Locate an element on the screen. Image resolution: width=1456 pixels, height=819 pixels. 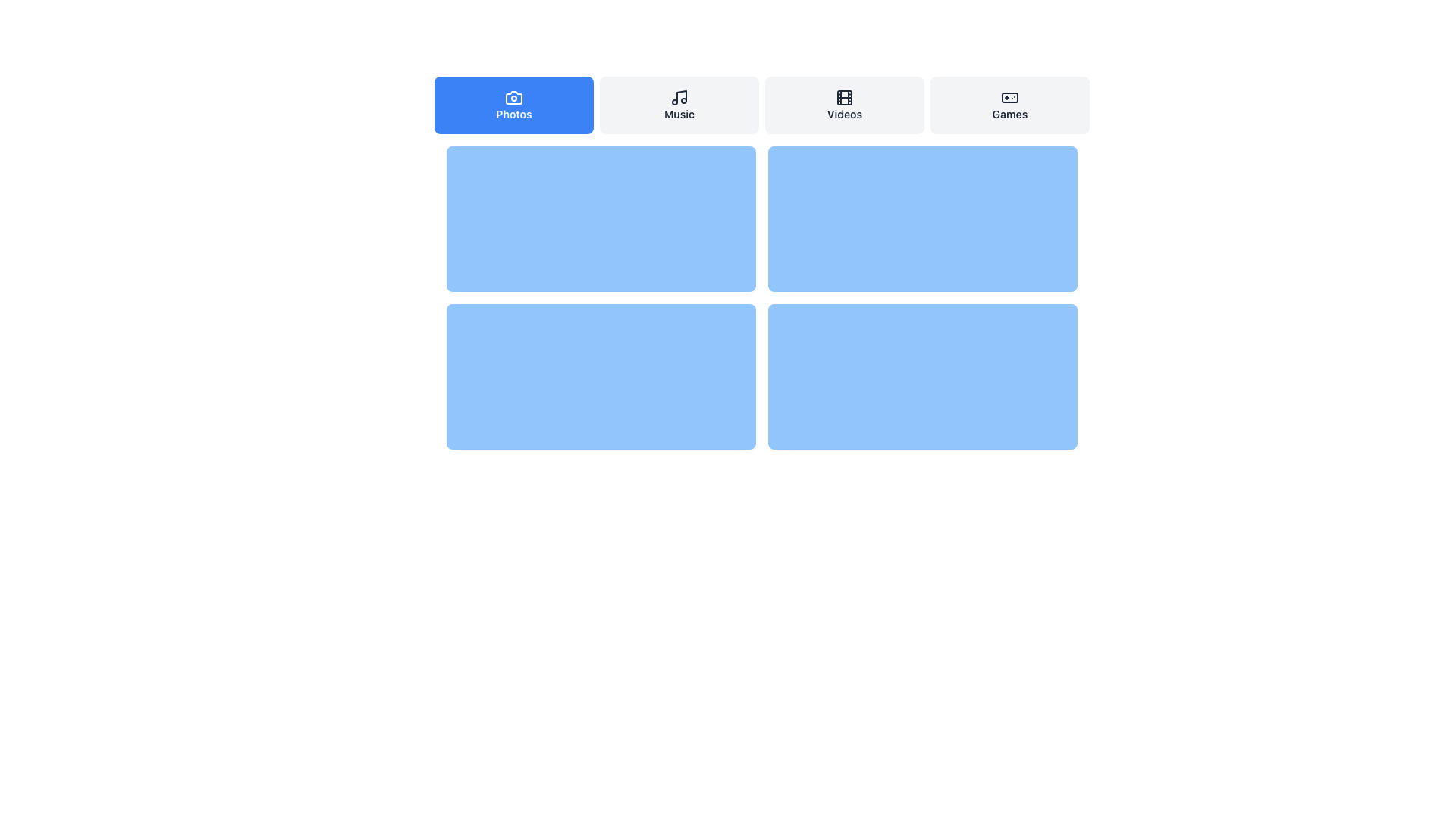
the first button in the horizontal list labeled 'Photos' is located at coordinates (513, 104).